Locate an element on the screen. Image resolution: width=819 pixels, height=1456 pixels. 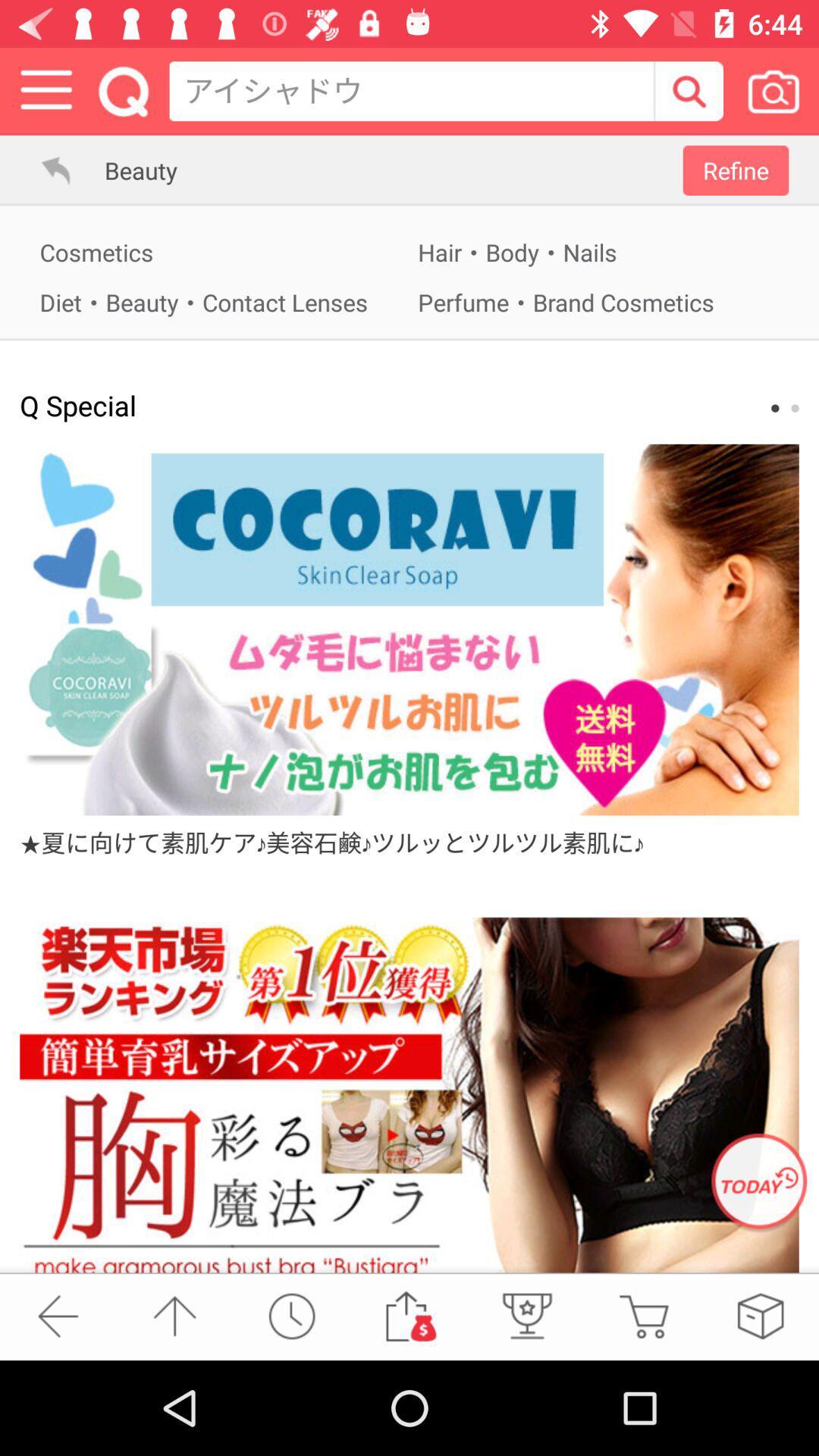
the microphone icon is located at coordinates (525, 1315).